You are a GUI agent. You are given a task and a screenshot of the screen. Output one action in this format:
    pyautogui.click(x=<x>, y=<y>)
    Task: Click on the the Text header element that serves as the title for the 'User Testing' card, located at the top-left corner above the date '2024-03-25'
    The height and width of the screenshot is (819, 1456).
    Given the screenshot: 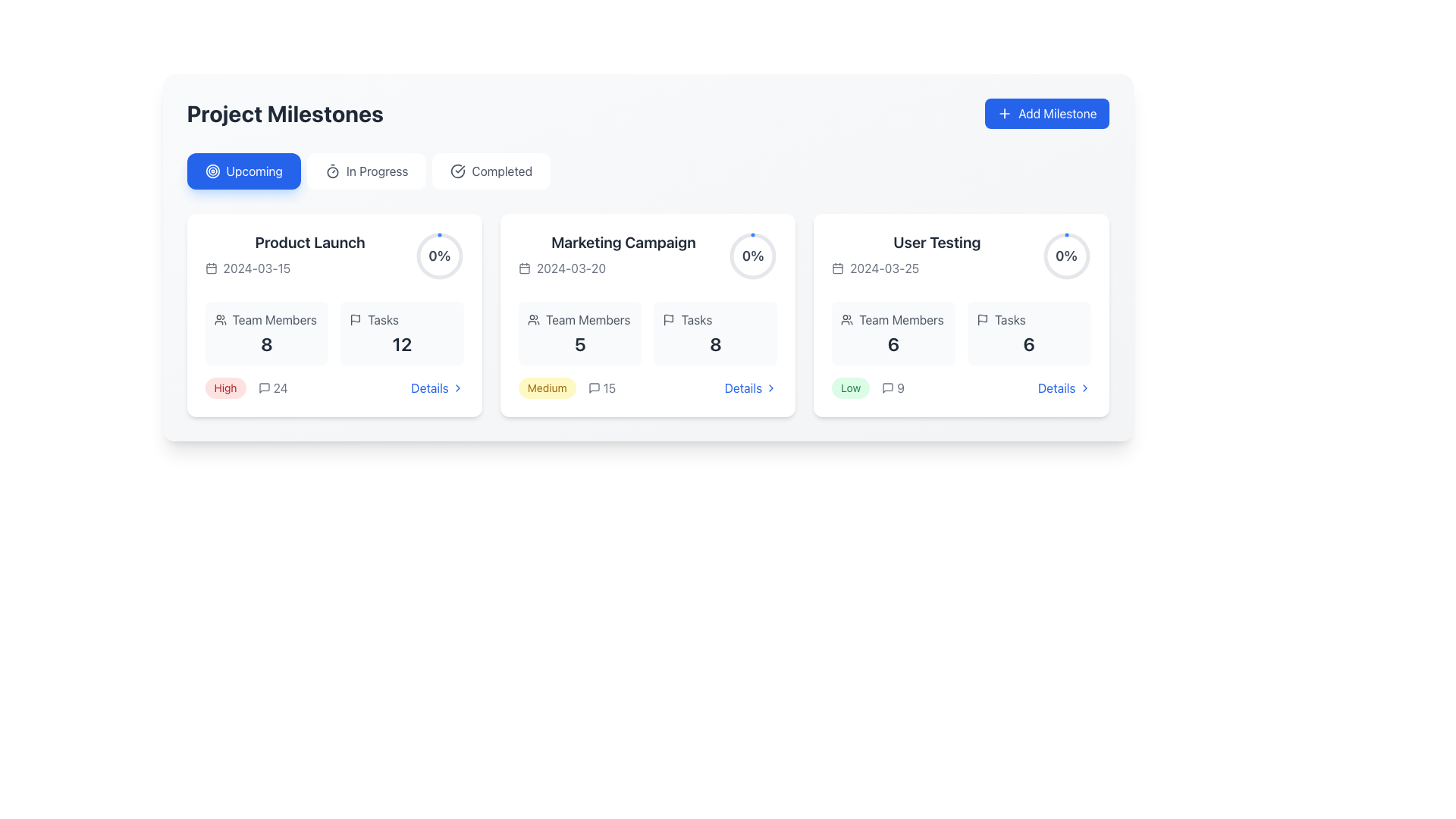 What is the action you would take?
    pyautogui.click(x=936, y=242)
    